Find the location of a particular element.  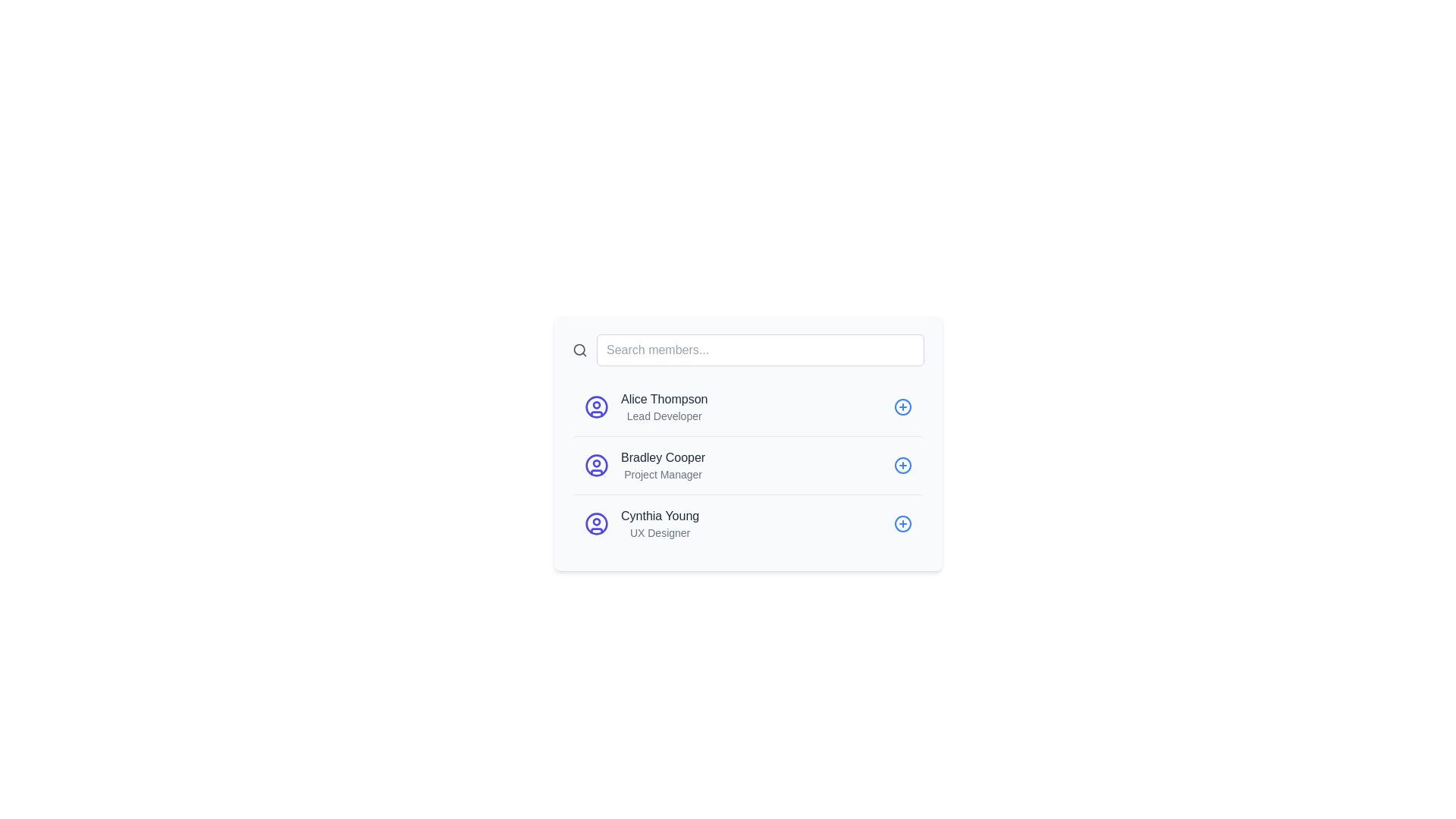

the action trigger button located to the right of 'Cynthia Young', a UX Designer is located at coordinates (902, 522).